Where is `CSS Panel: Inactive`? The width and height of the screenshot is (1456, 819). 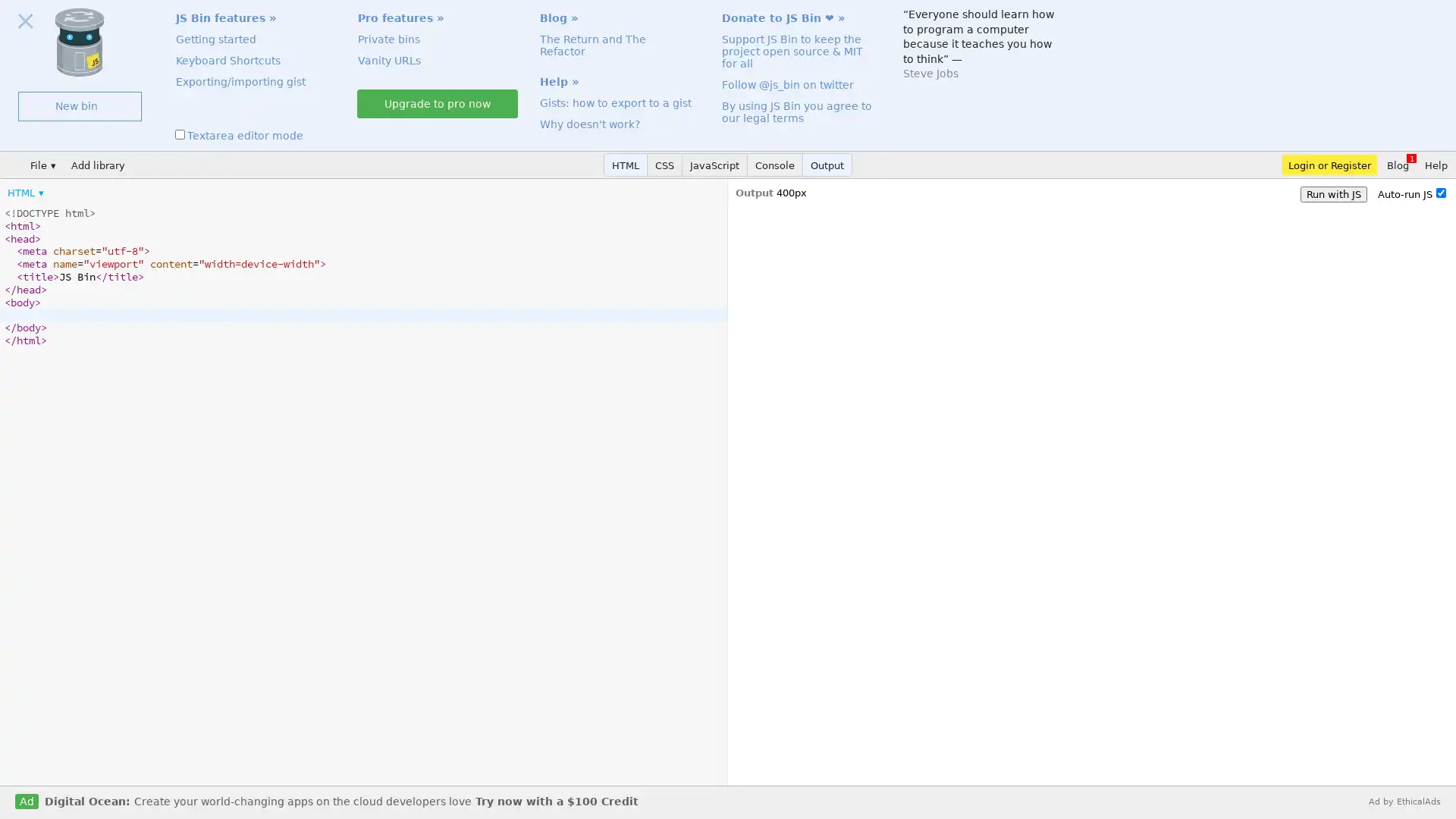
CSS Panel: Inactive is located at coordinates (665, 165).